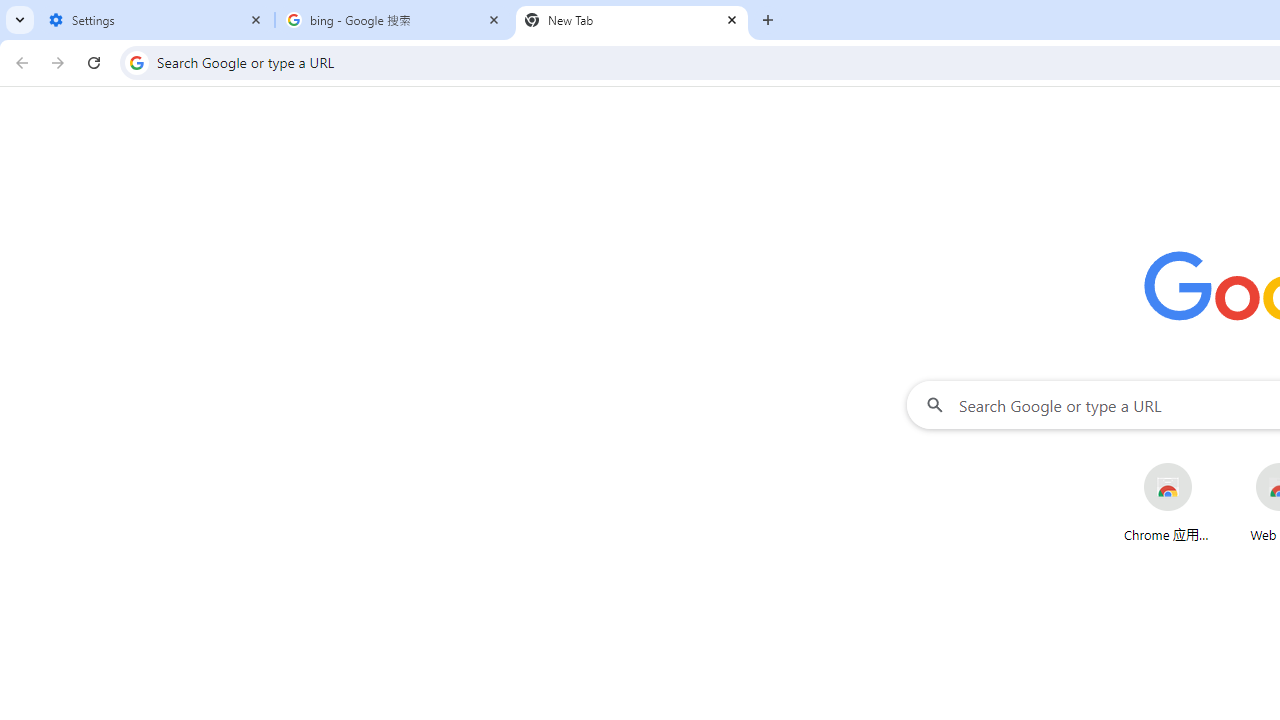 The height and width of the screenshot is (720, 1280). I want to click on 'Settings', so click(155, 20).